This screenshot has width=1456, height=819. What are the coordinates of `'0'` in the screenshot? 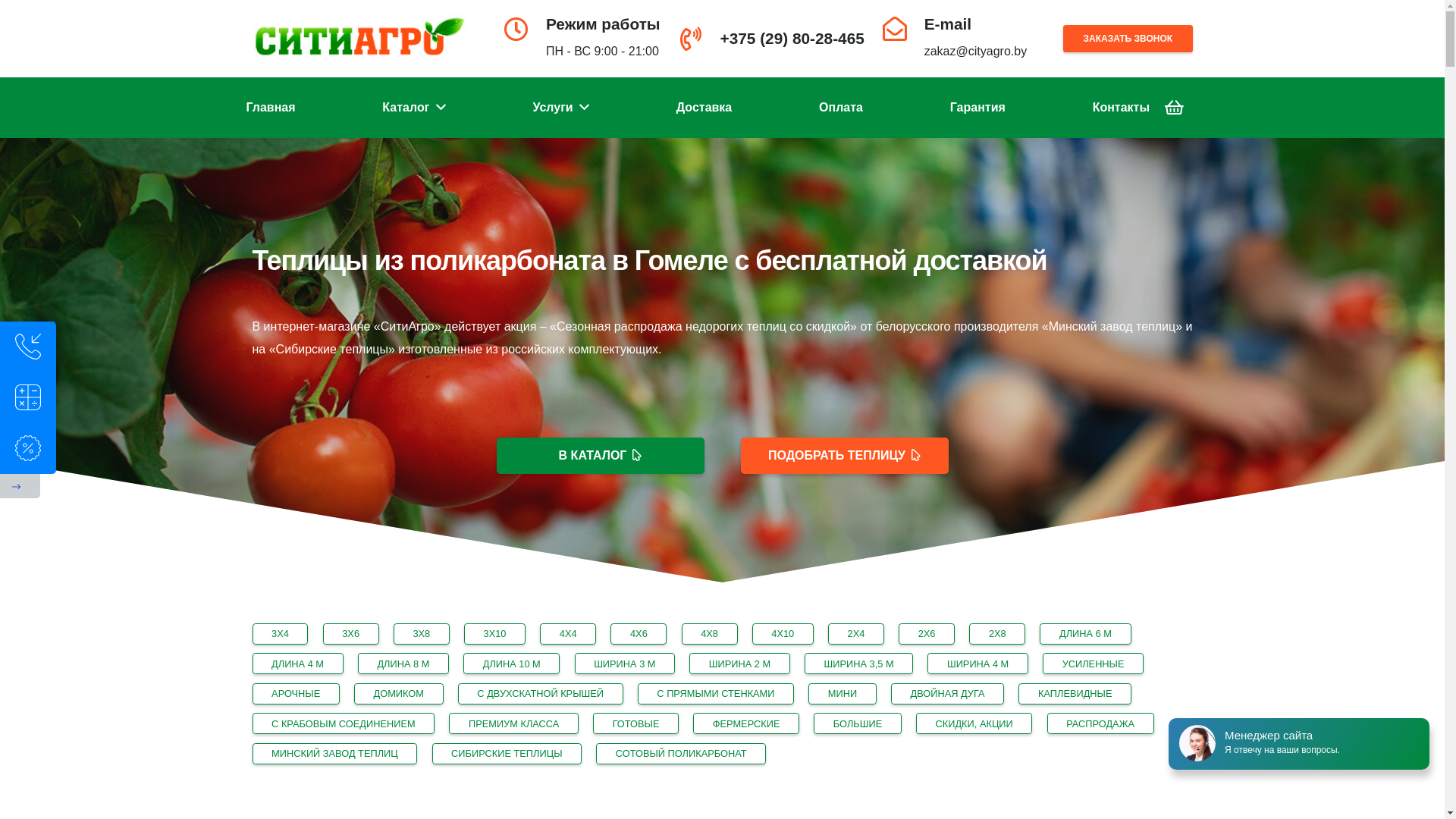 It's located at (1172, 107).